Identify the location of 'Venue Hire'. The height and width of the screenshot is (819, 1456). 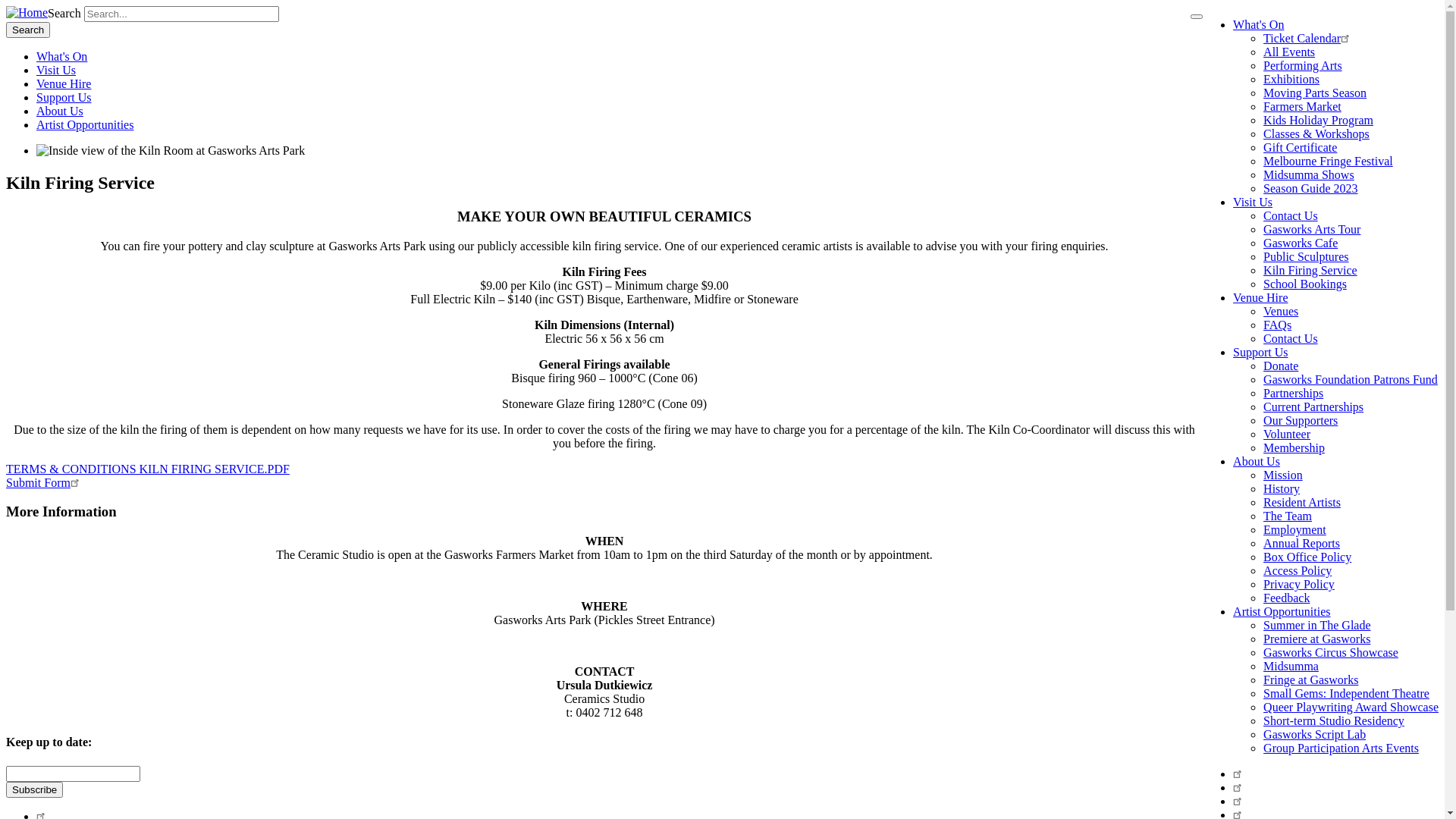
(1233, 297).